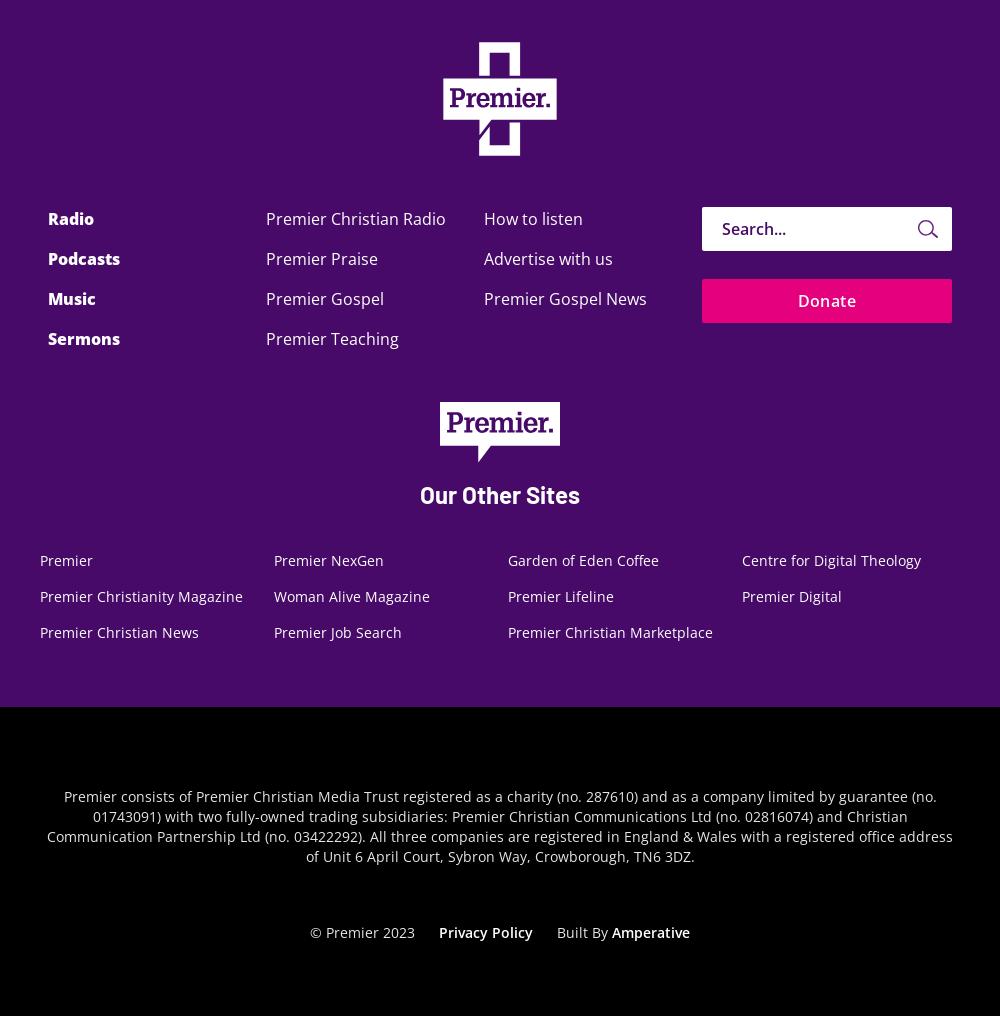  I want to click on 'Premier Job Search', so click(337, 632).